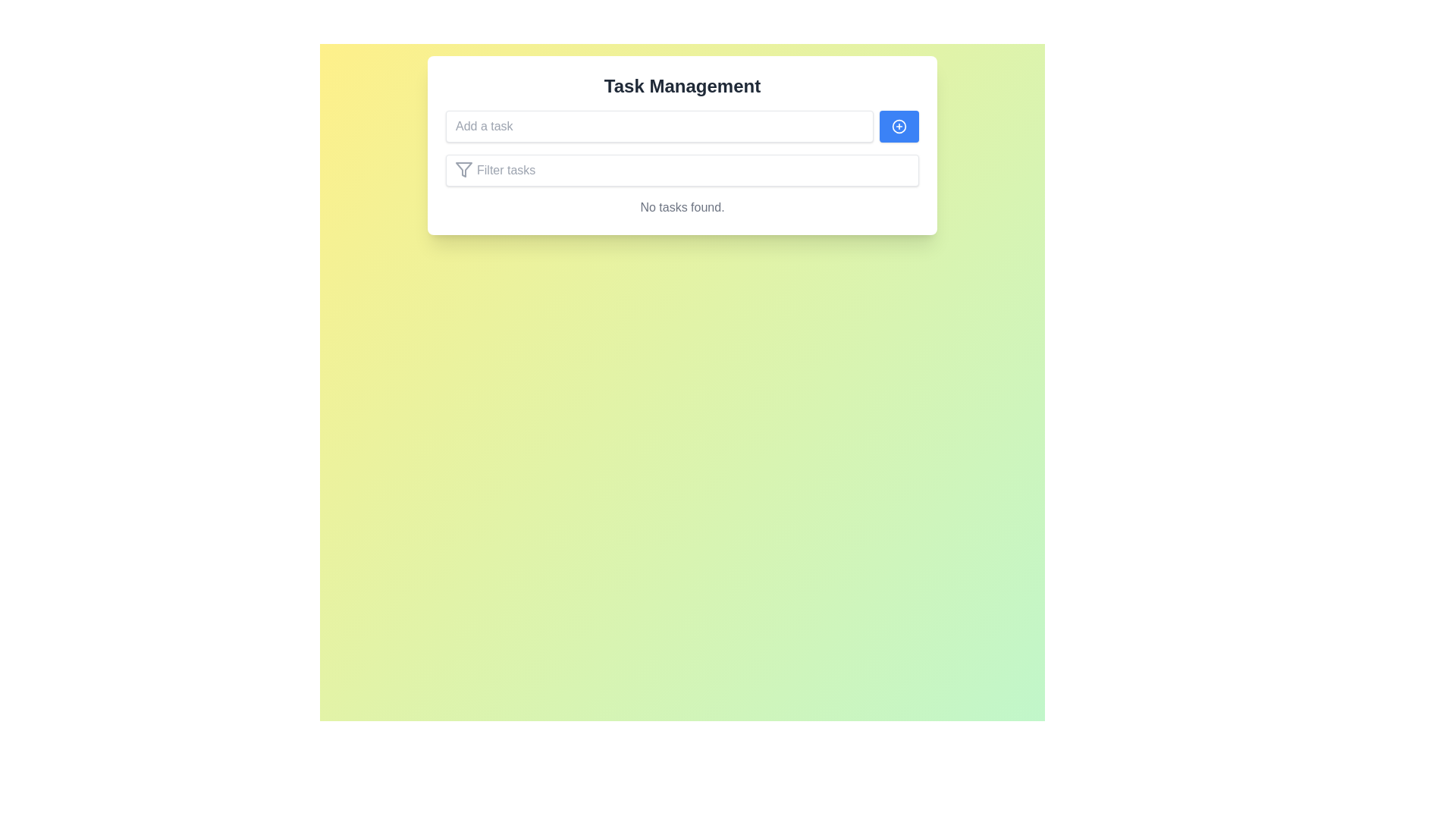  What do you see at coordinates (899, 125) in the screenshot?
I see `the circular '+' icon within the blue button on the far-right side of the task input field in the 'Task Management' card interface to trigger tooltip or visual feedback` at bounding box center [899, 125].